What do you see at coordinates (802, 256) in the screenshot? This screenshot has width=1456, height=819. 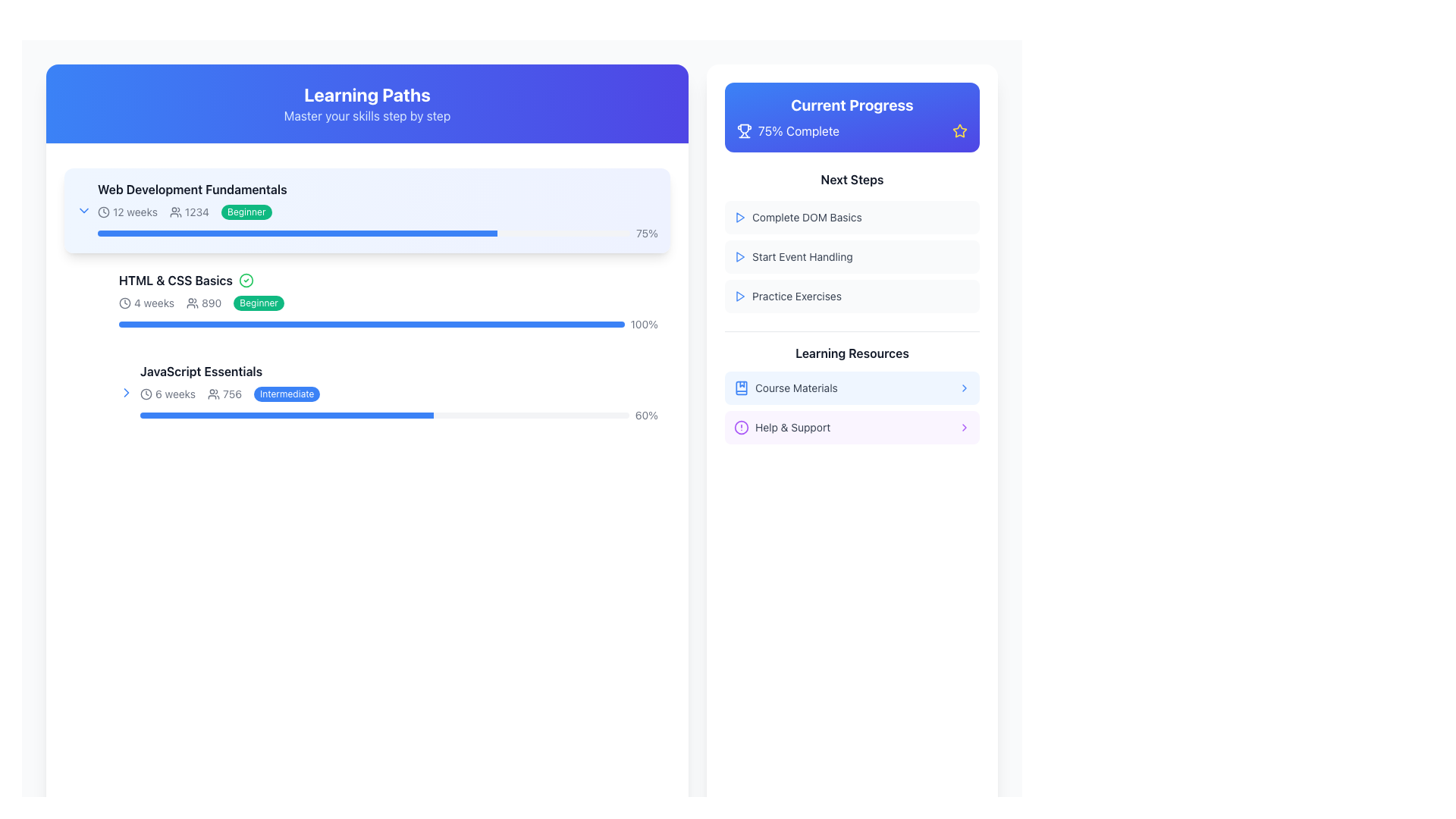 I see `'Start Event Handling' text label, which is styled in a small gray font and located under the 'Next Steps' section in the right-hand column` at bounding box center [802, 256].